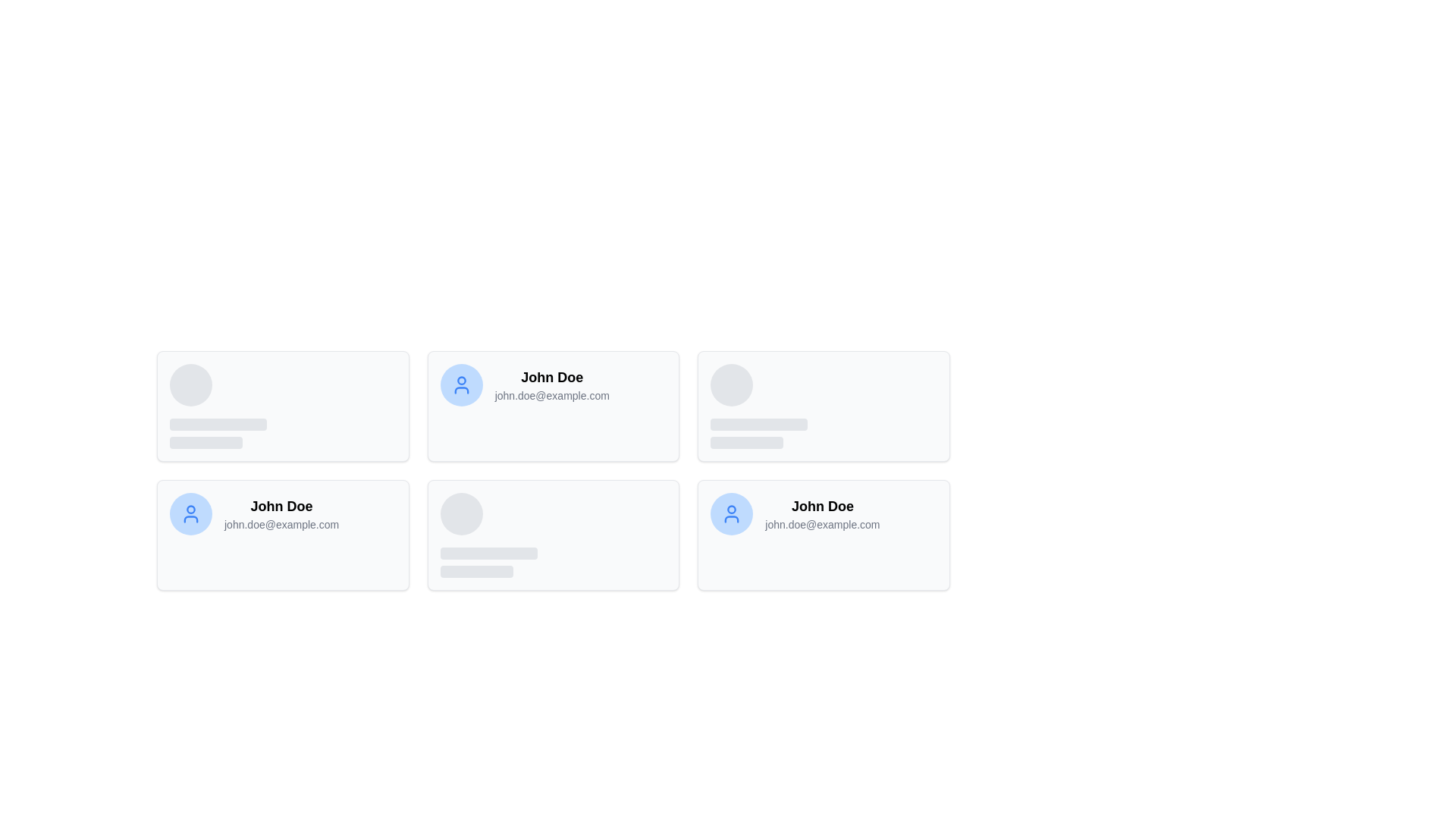 The width and height of the screenshot is (1456, 819). What do you see at coordinates (759, 406) in the screenshot?
I see `the Loading placeholder element, which is styled with the 'animate-pulse' class and located in the top right card of a grid of six cards` at bounding box center [759, 406].